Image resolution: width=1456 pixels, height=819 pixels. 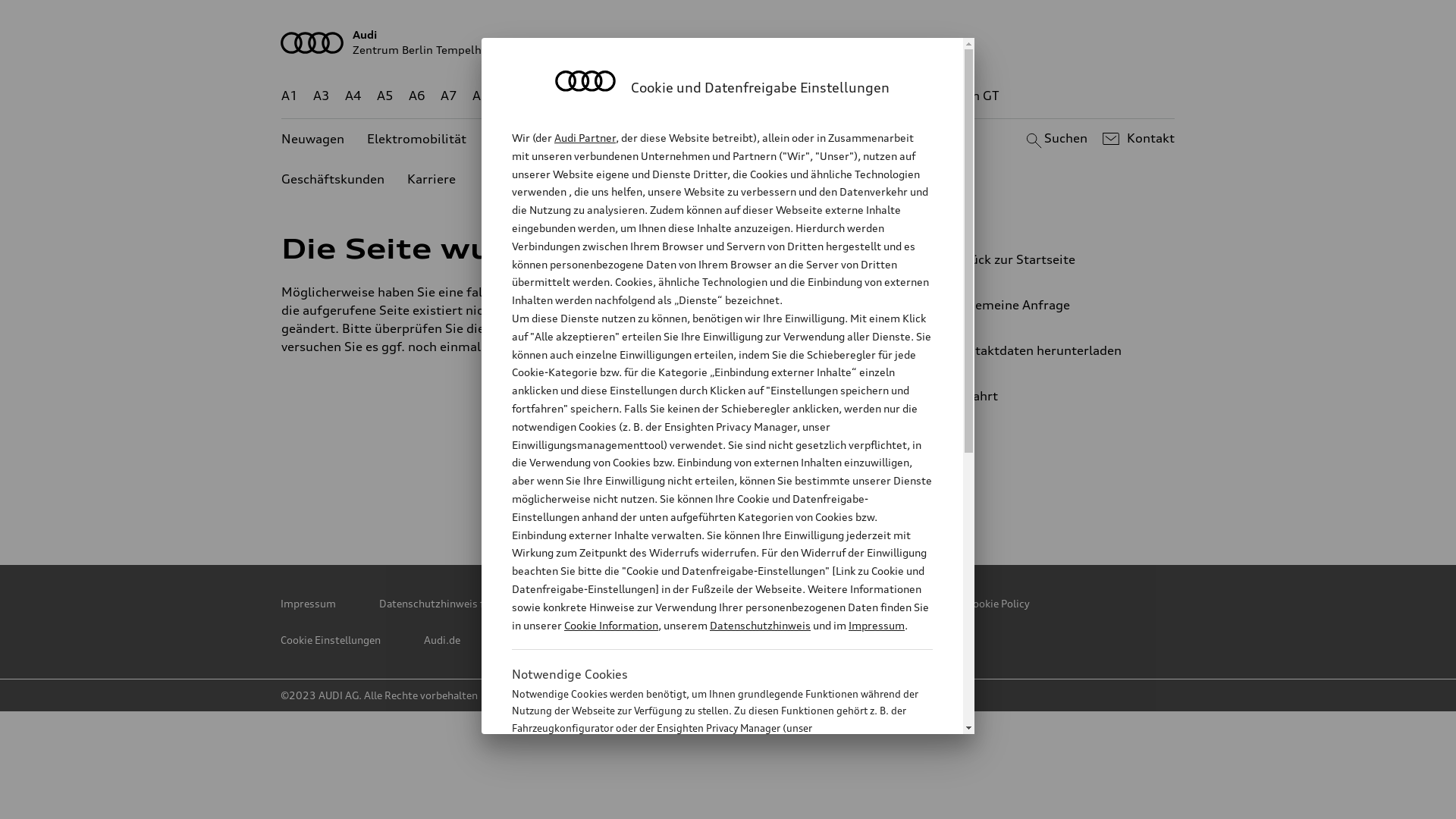 What do you see at coordinates (417, 96) in the screenshot?
I see `'A6'` at bounding box center [417, 96].